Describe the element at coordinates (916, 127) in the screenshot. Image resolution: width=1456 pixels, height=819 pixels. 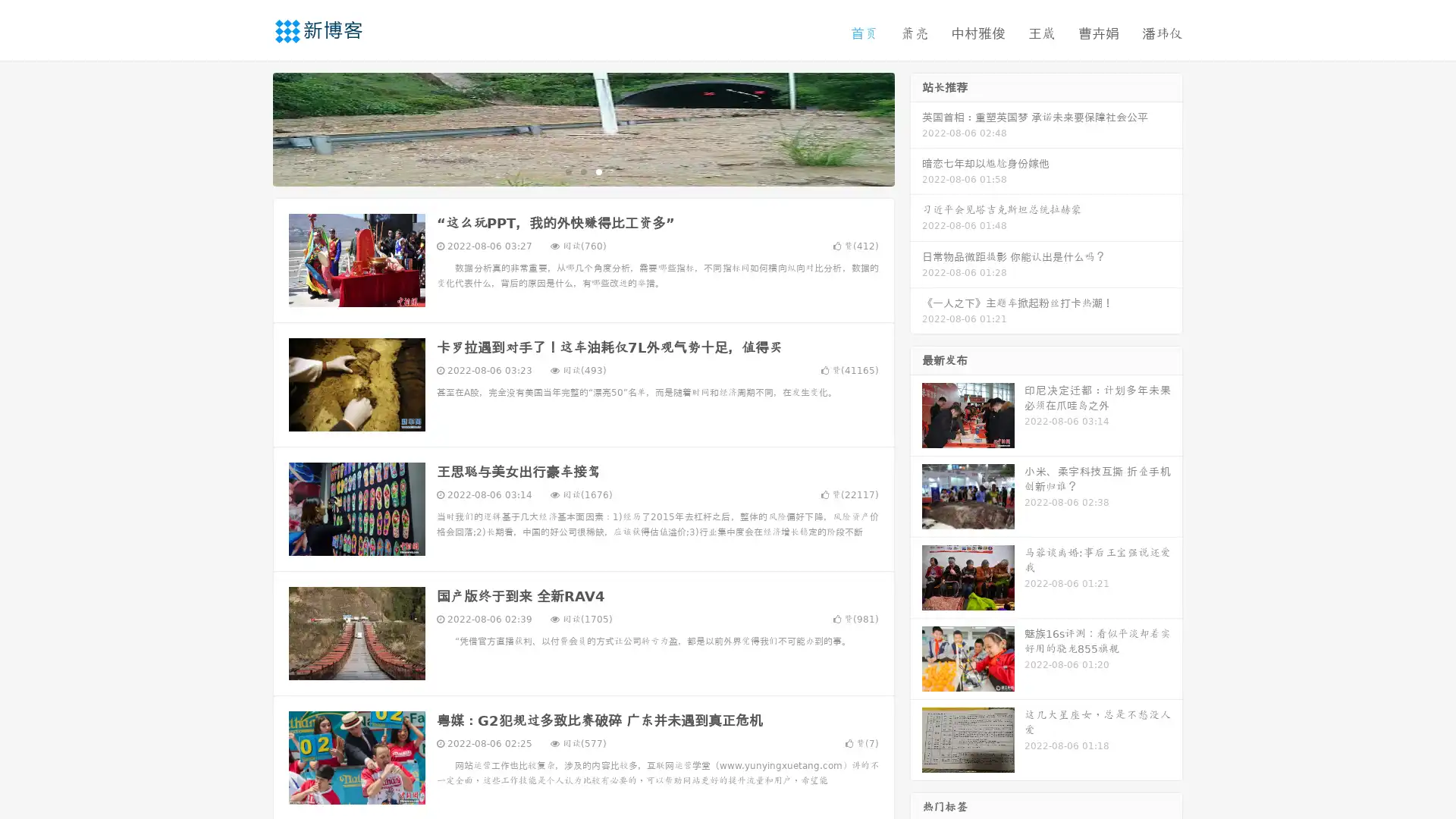
I see `Next slide` at that location.